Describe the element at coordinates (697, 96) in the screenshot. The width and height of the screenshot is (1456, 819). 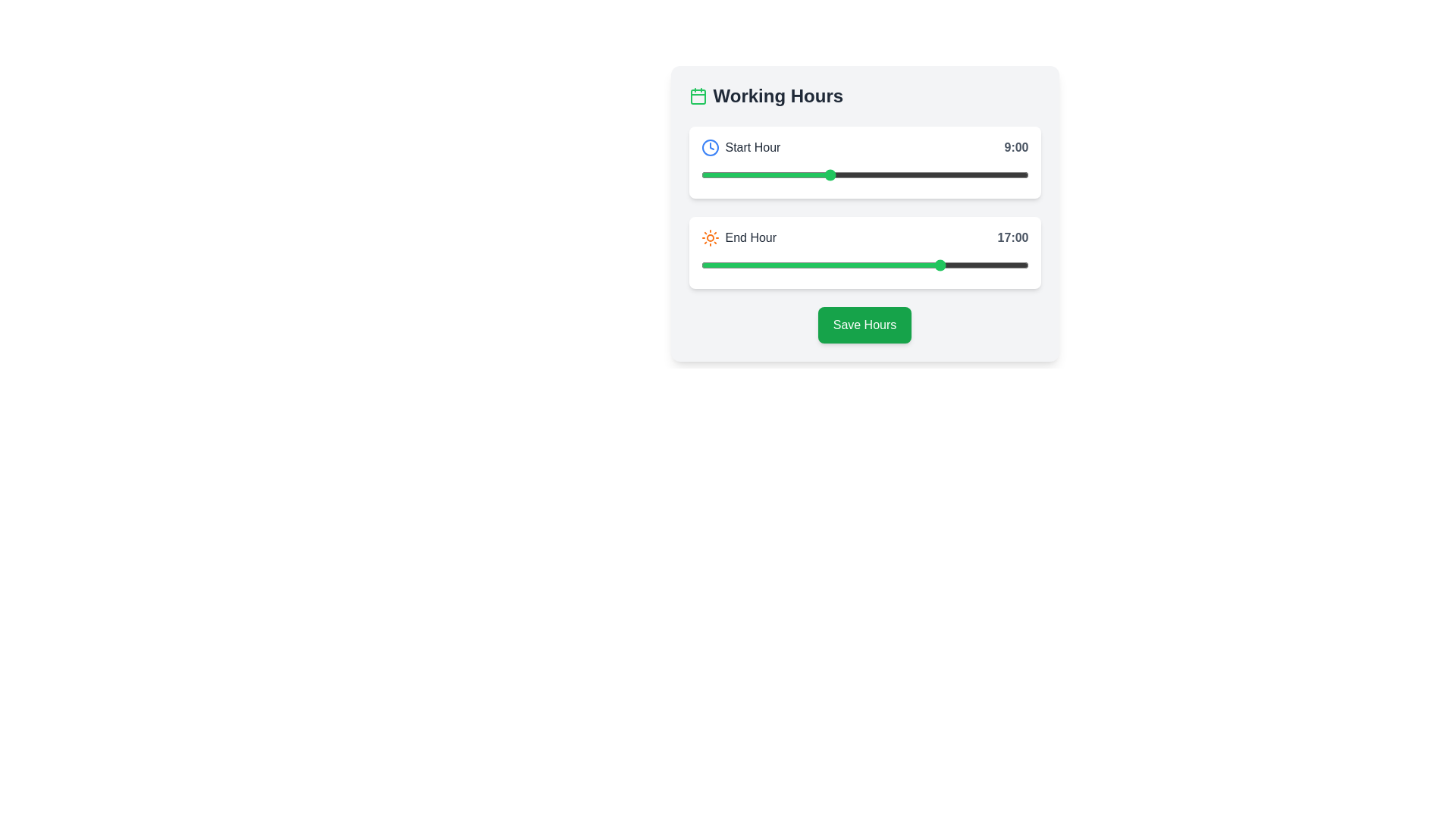
I see `the green rounded rectangle icon that is part of a calendar icon, located to the left of the 'Working Hours' text` at that location.